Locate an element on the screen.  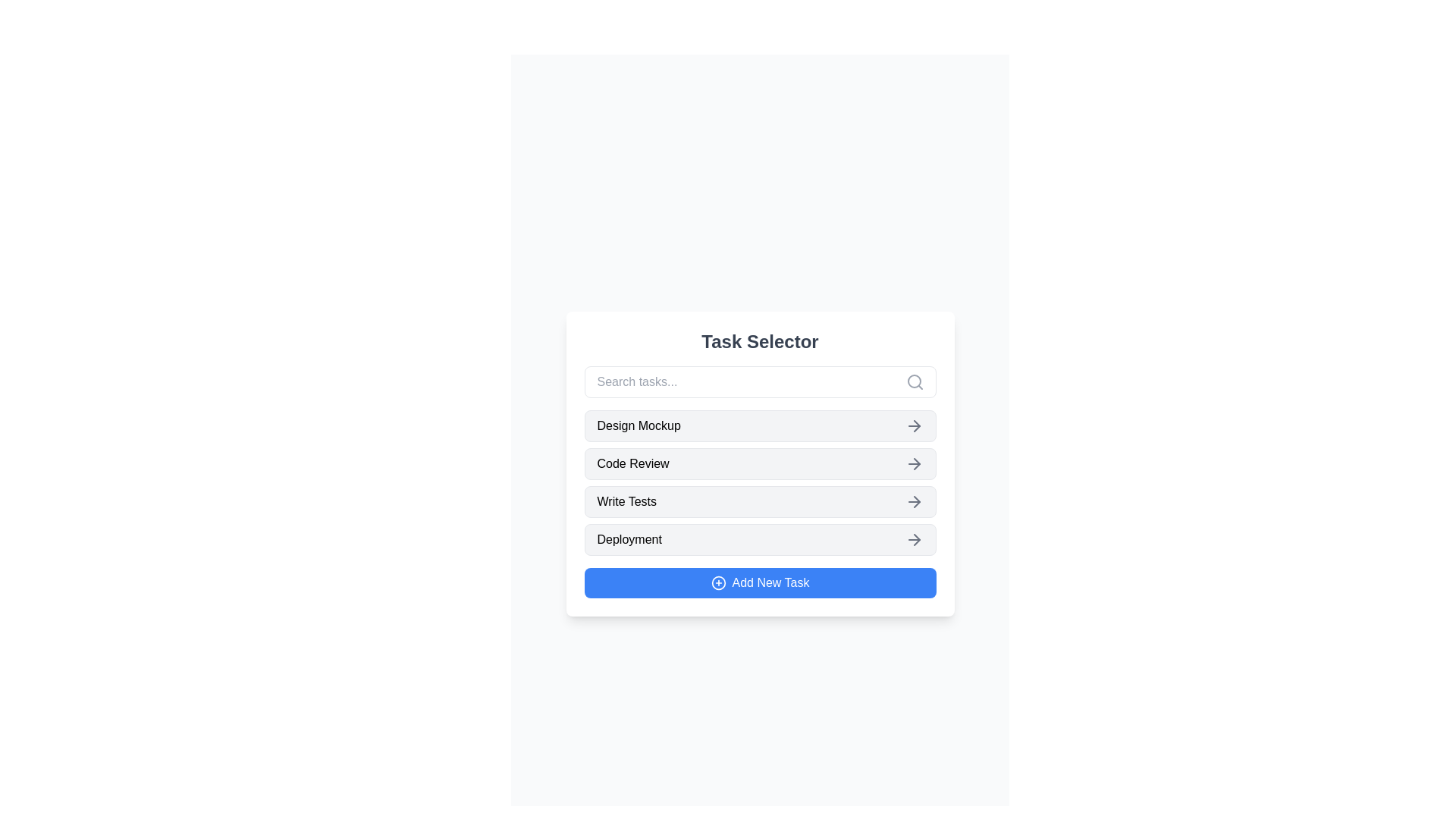
the 'Code Review' button by navigating with the keyboard is located at coordinates (760, 463).